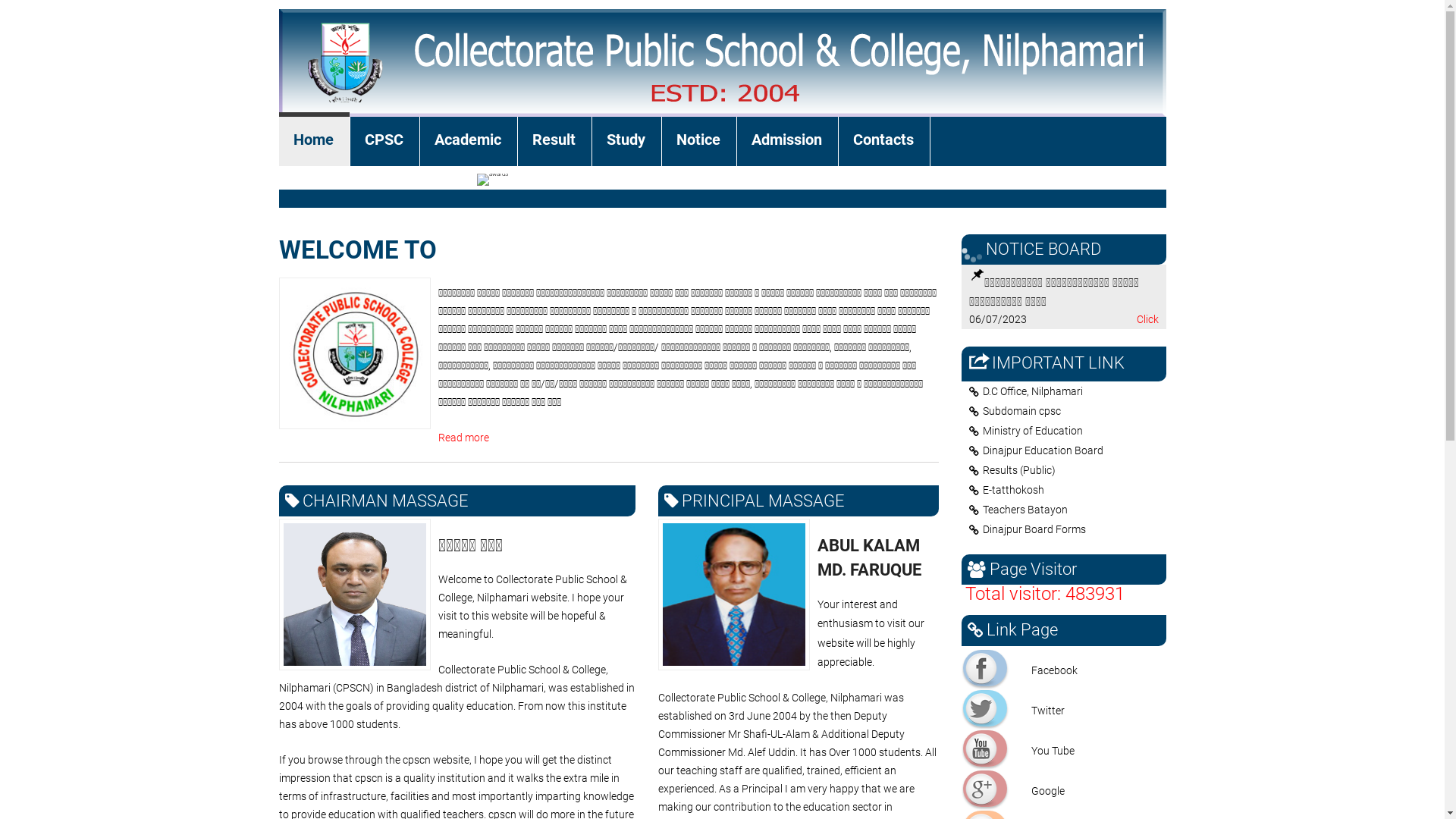 The image size is (1456, 819). I want to click on 'Home', so click(313, 141).